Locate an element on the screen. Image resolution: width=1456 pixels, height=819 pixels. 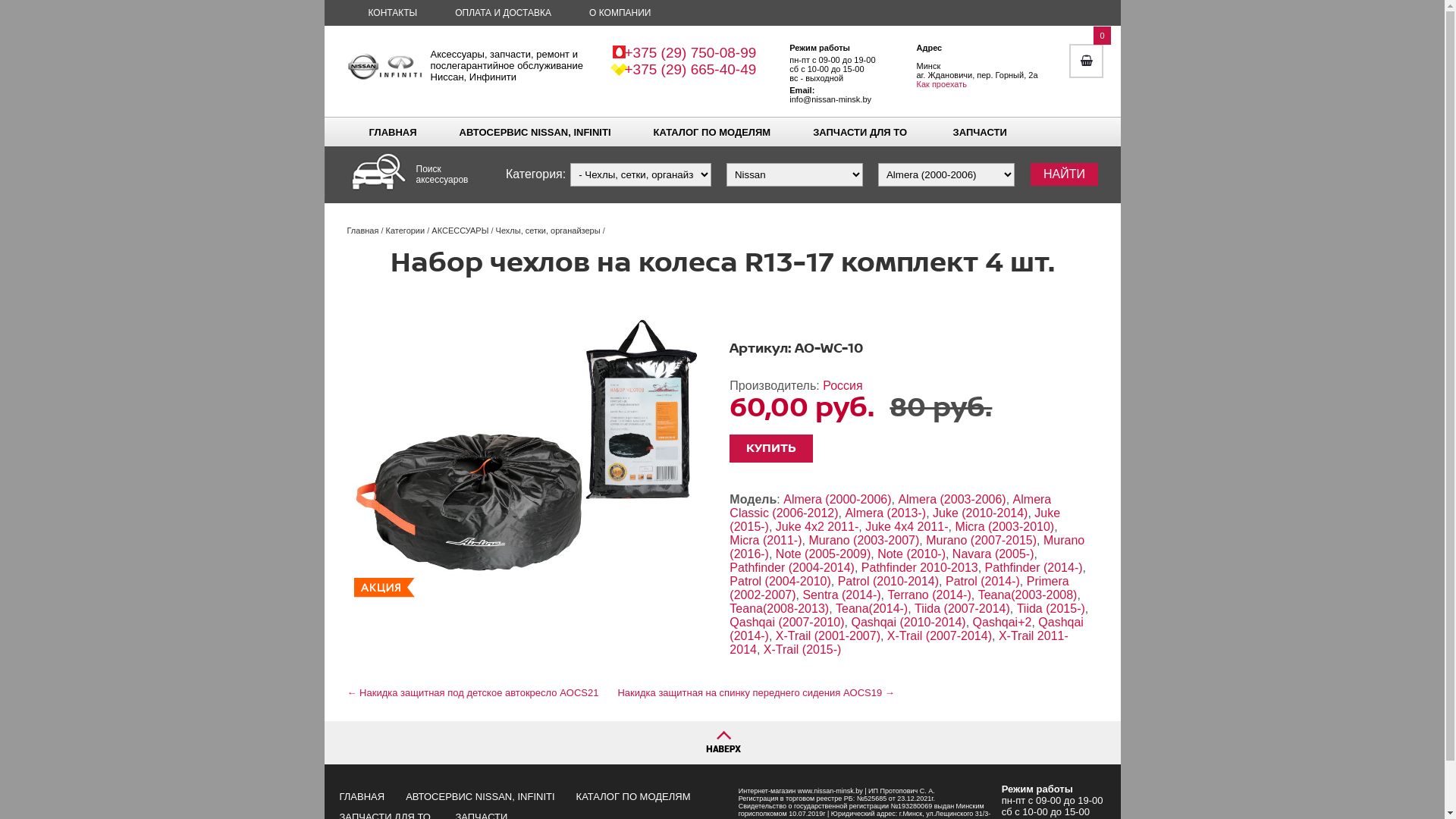
'Navara (2005-)' is located at coordinates (993, 554).